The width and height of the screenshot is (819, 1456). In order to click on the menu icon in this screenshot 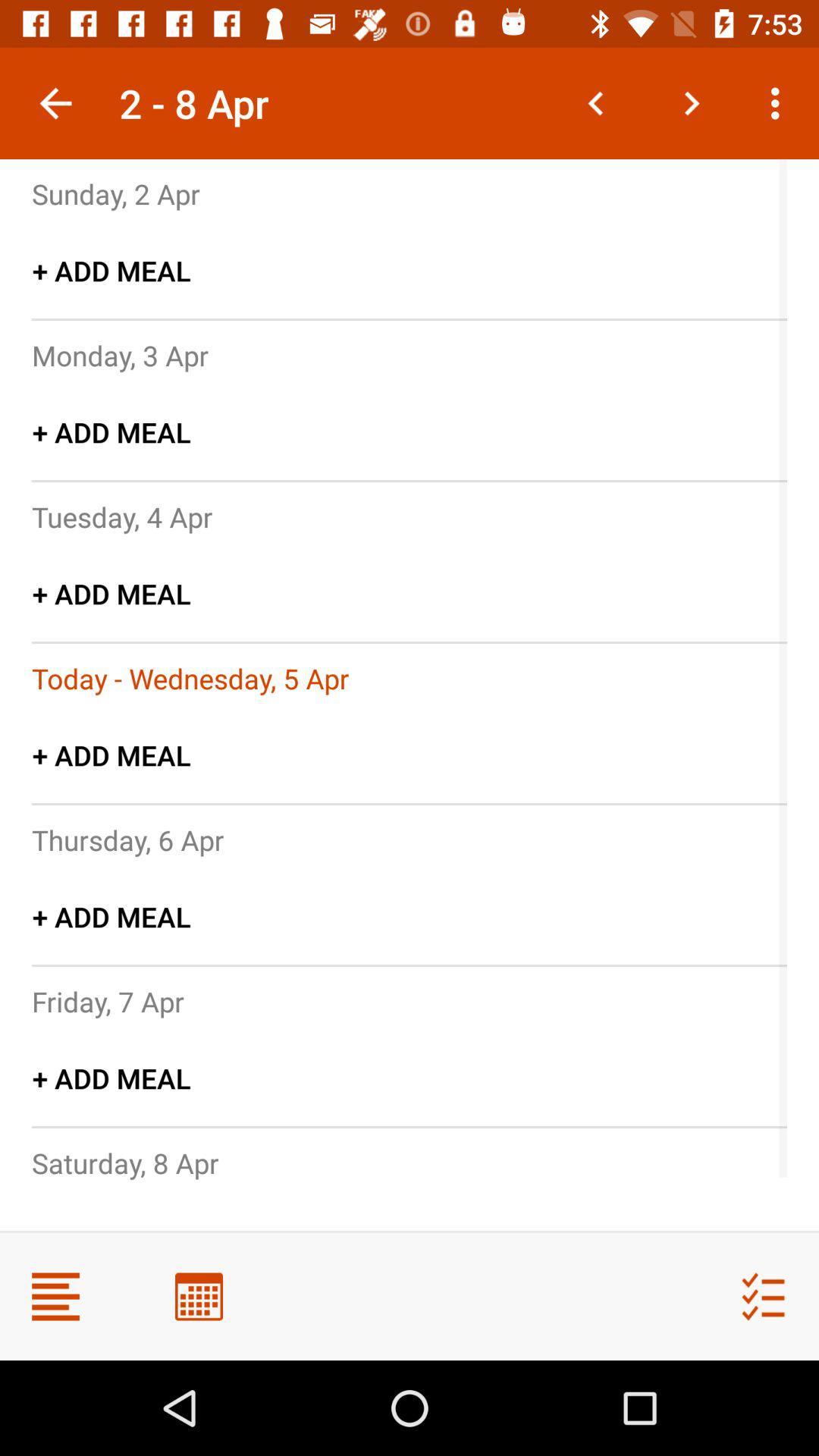, I will do `click(55, 1295)`.